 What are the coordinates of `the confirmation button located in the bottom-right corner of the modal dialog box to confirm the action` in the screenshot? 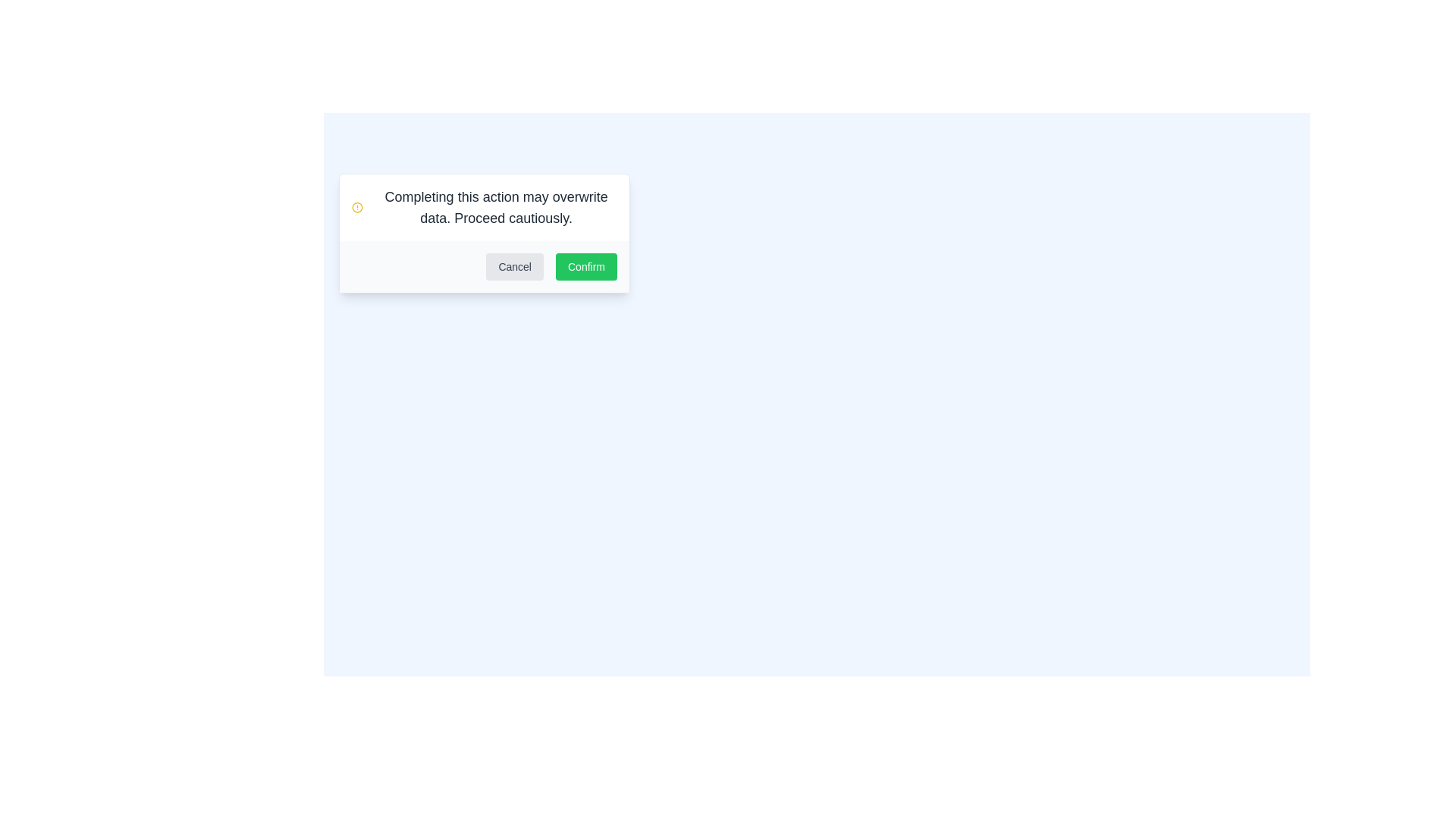 It's located at (585, 265).